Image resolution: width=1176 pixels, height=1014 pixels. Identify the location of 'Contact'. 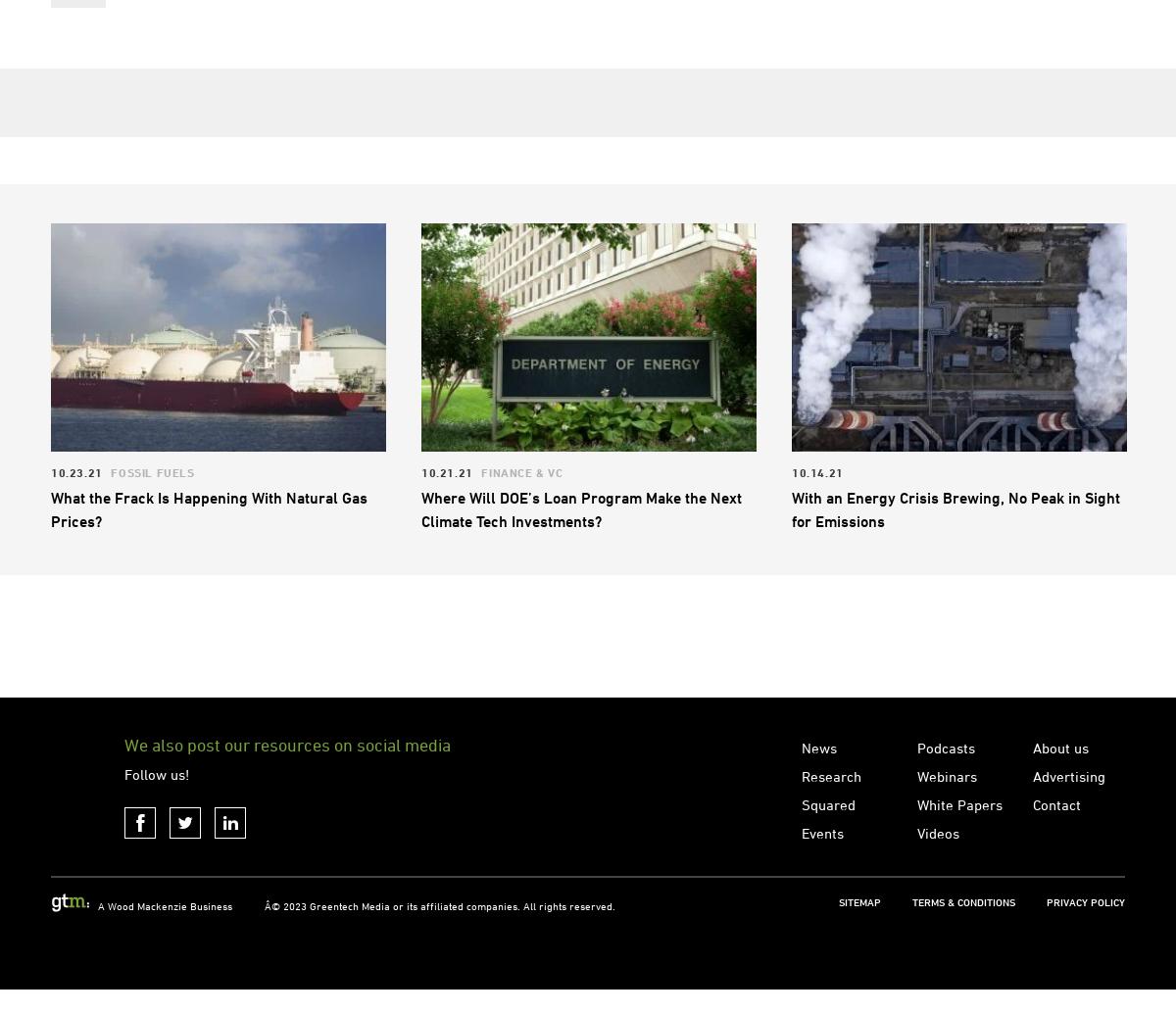
(1031, 886).